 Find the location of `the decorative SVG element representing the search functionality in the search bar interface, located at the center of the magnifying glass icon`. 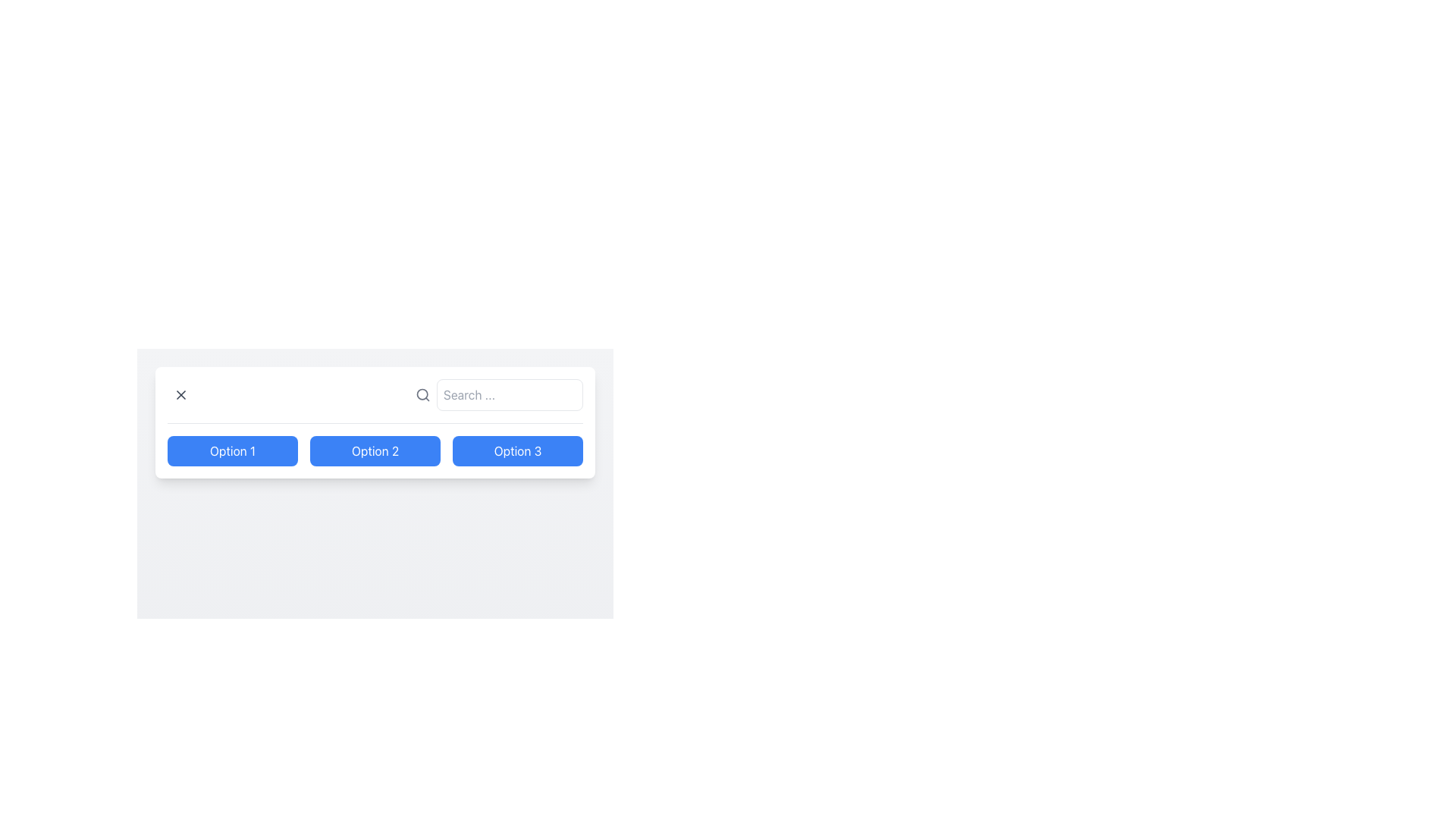

the decorative SVG element representing the search functionality in the search bar interface, located at the center of the magnifying glass icon is located at coordinates (422, 394).